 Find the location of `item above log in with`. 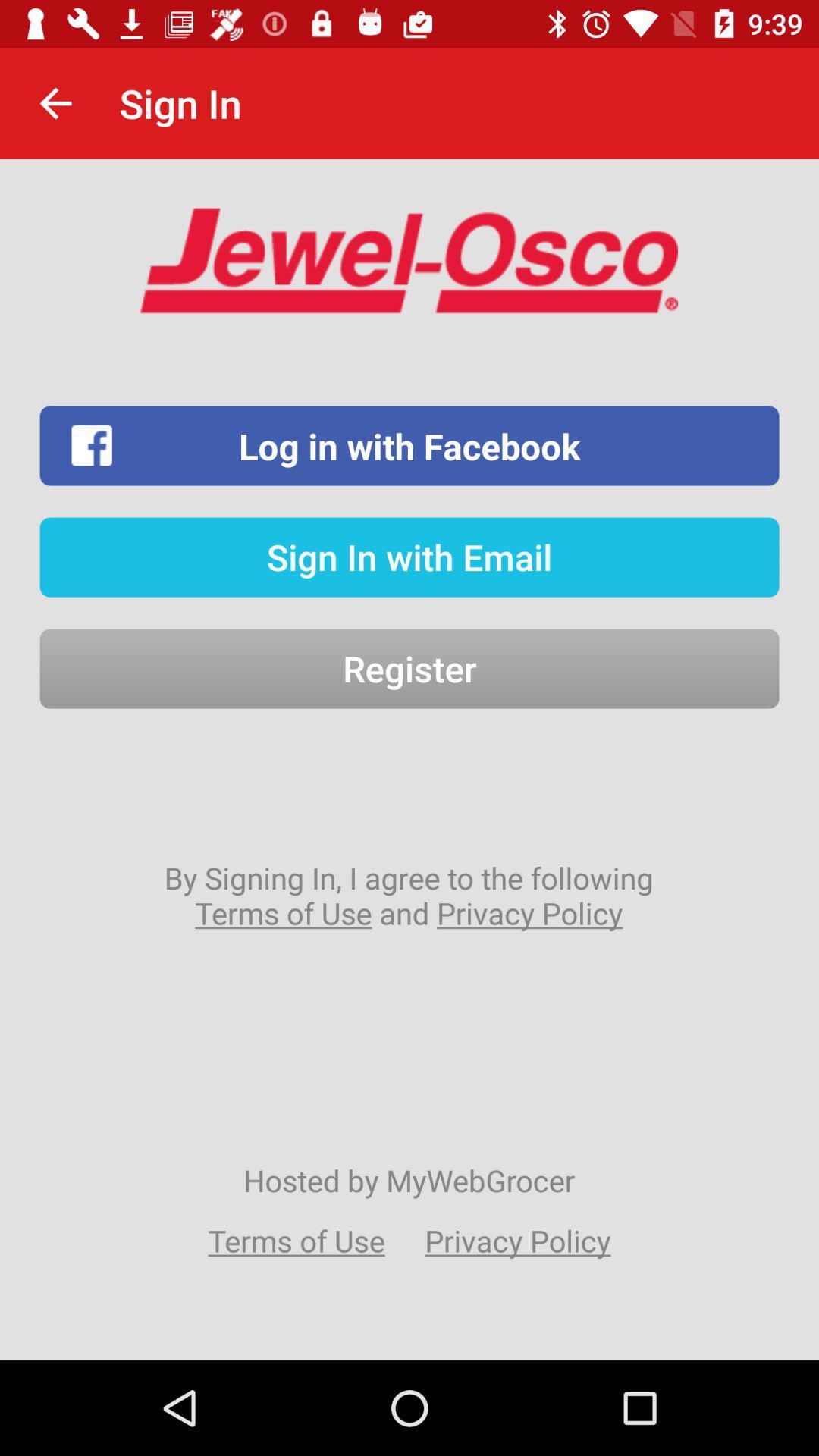

item above log in with is located at coordinates (55, 102).